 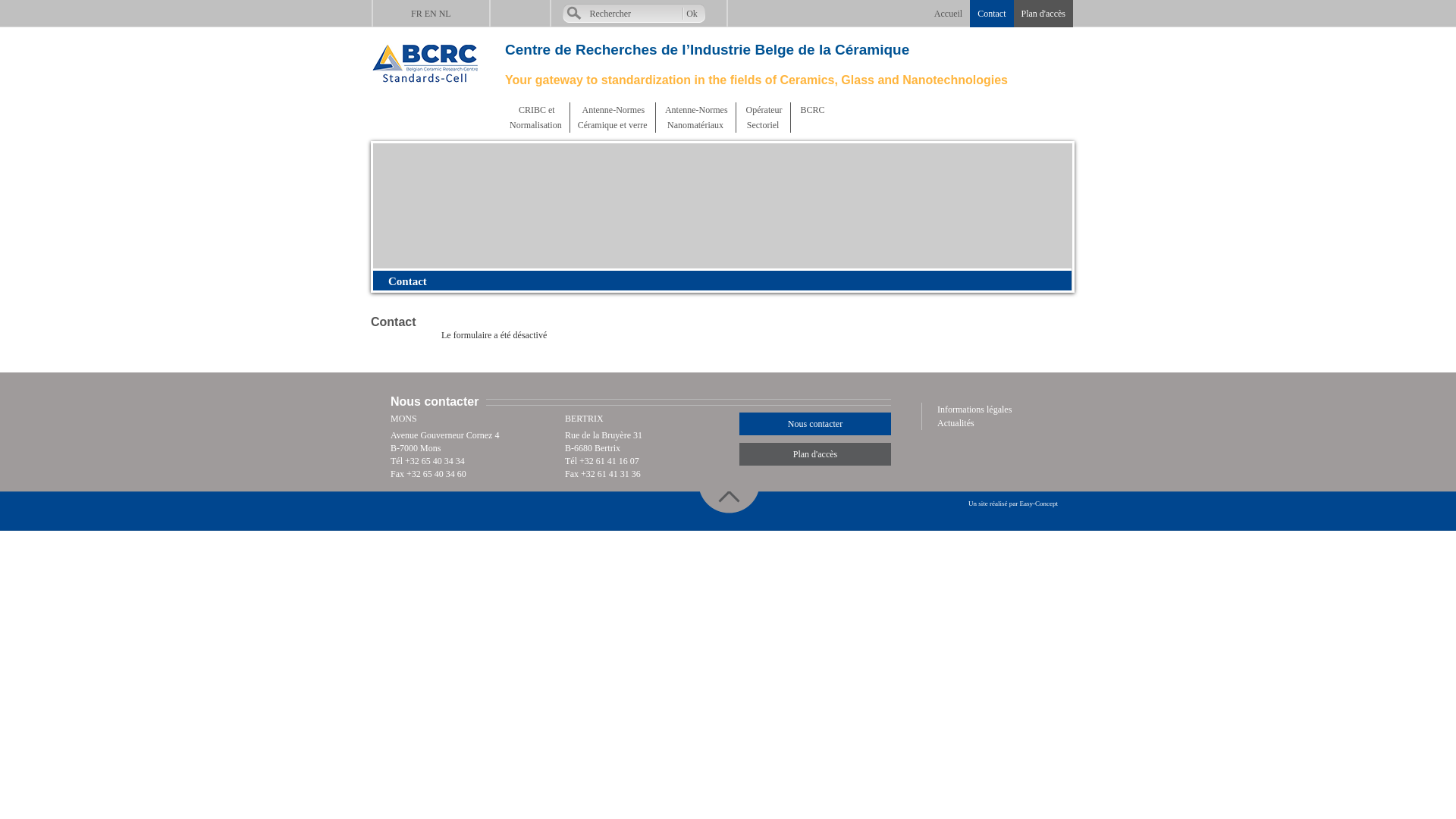 What do you see at coordinates (416, 14) in the screenshot?
I see `'FR'` at bounding box center [416, 14].